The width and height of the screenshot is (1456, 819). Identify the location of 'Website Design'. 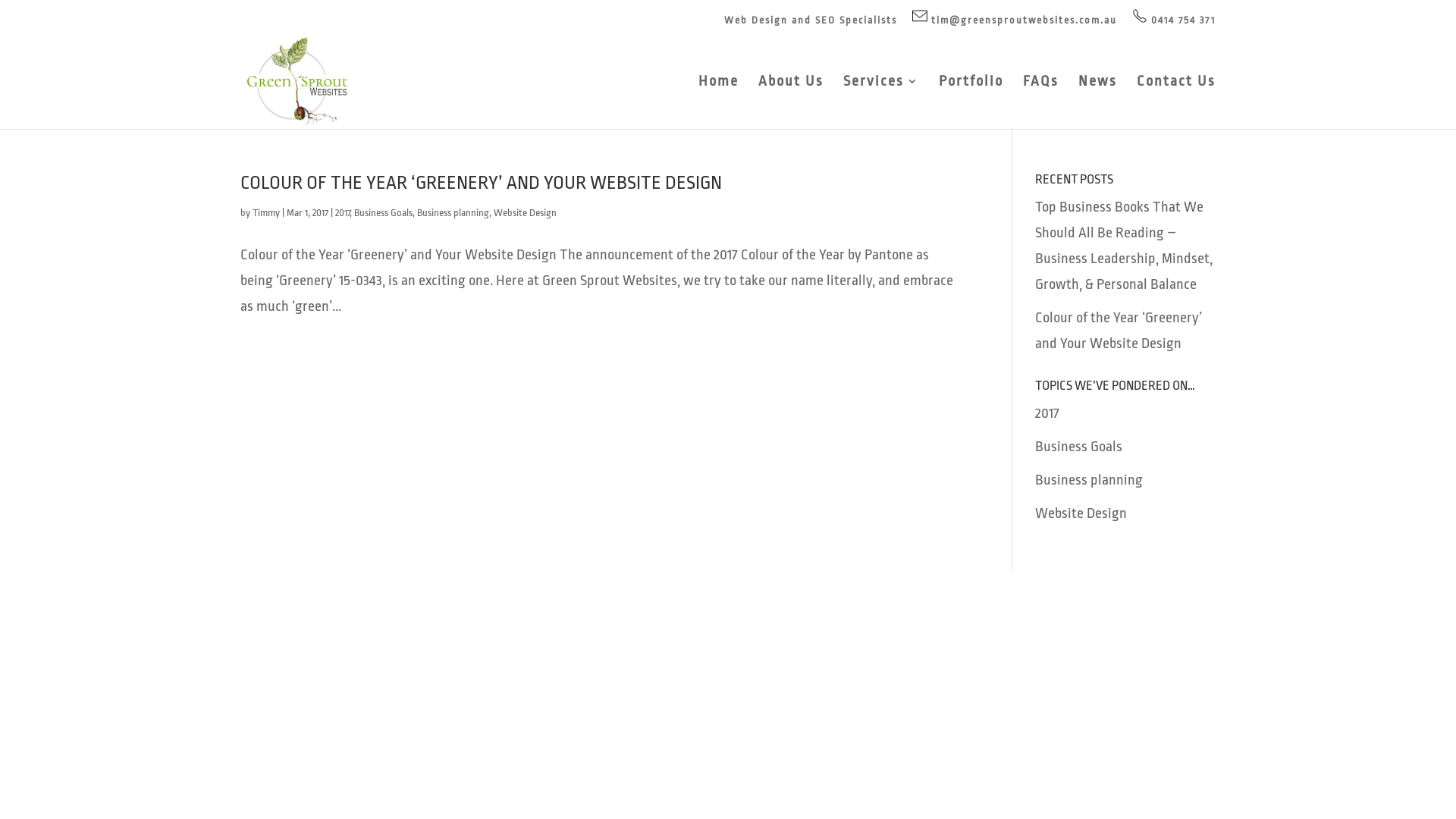
(1080, 513).